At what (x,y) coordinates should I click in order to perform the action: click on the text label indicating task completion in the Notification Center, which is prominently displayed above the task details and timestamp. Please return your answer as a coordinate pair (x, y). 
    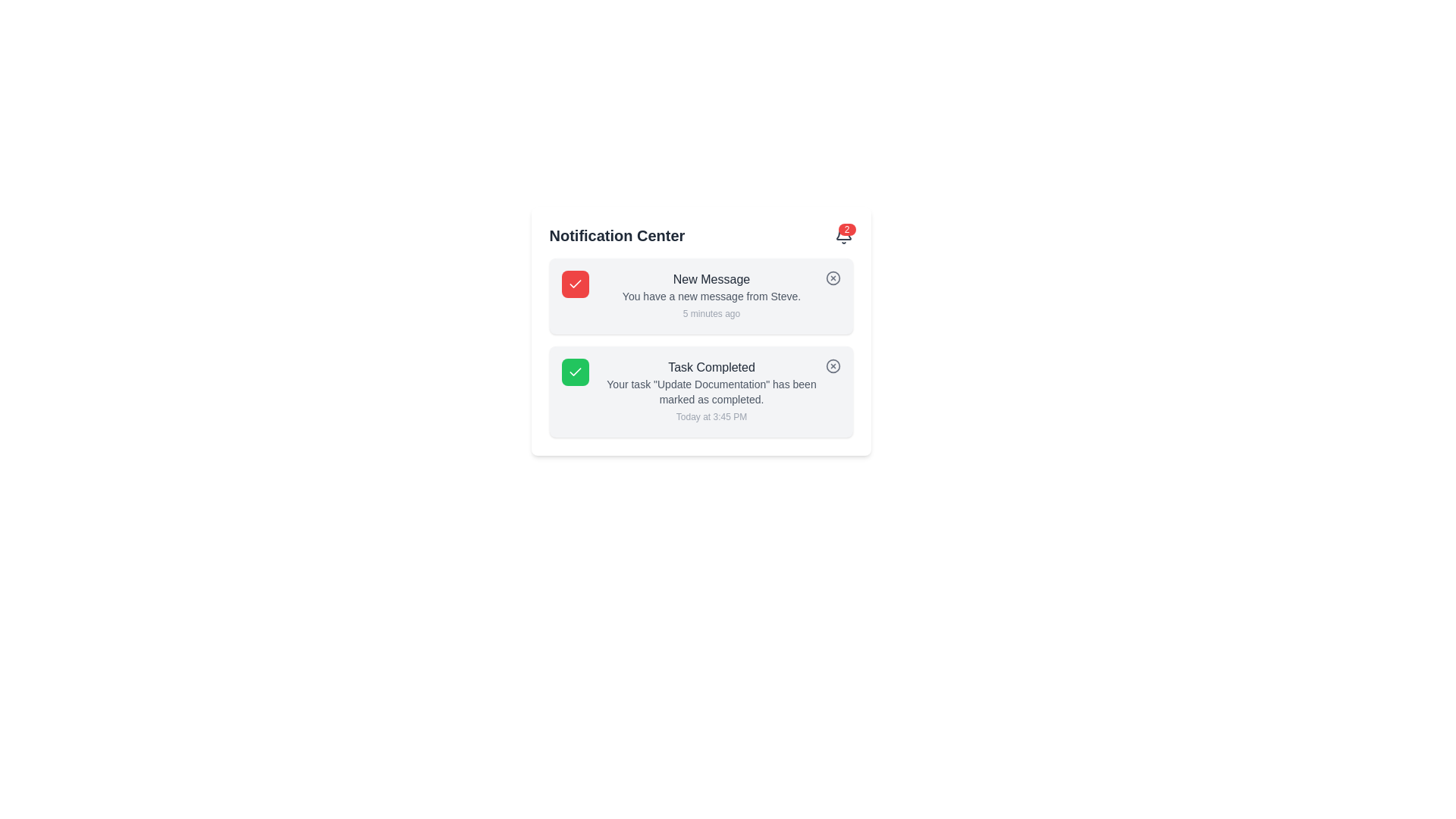
    Looking at the image, I should click on (711, 368).